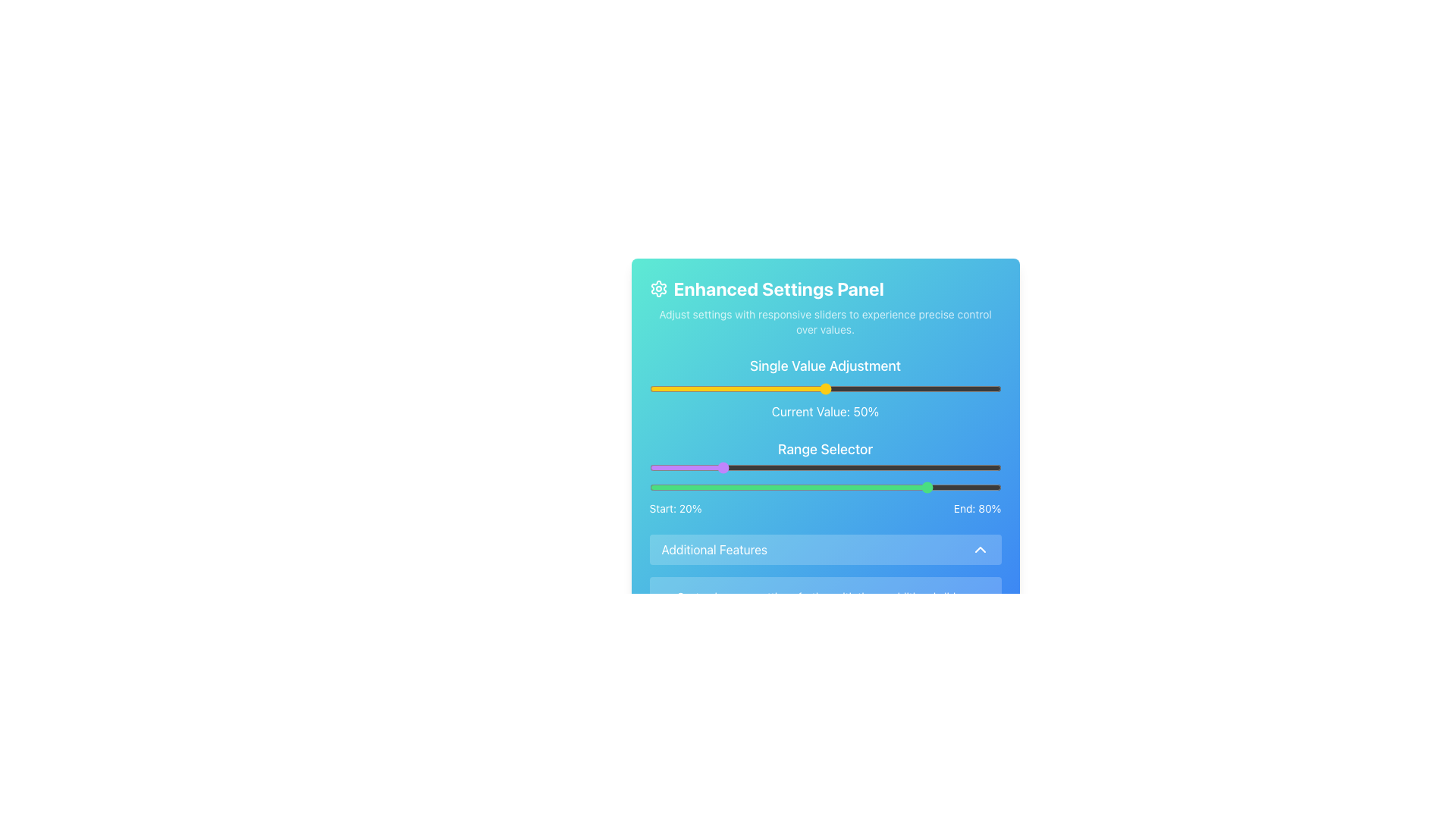 This screenshot has height=819, width=1456. I want to click on the range selector sliders, so click(737, 467).